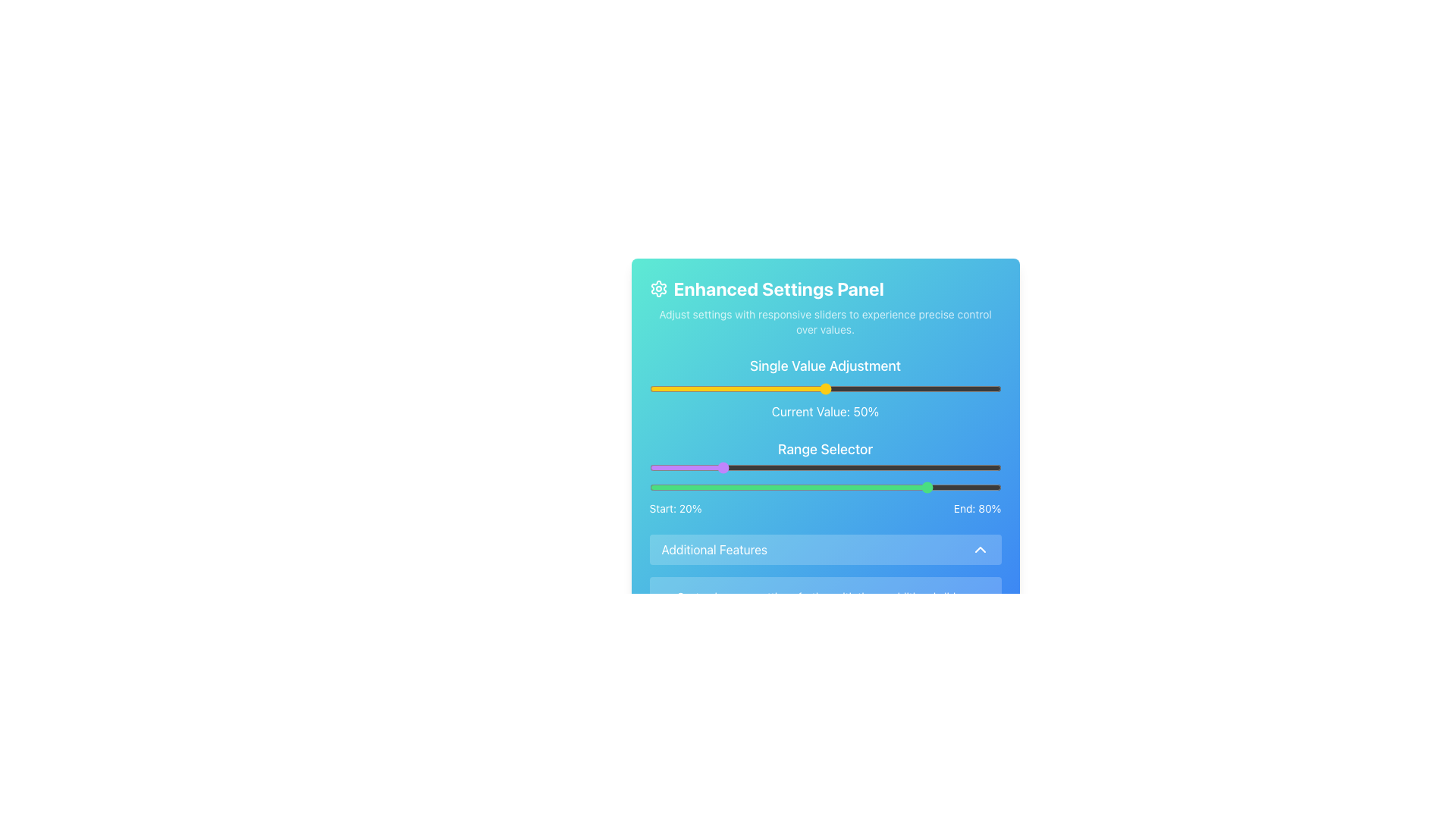 This screenshot has height=819, width=1456. I want to click on the range selector sliders, so click(737, 467).